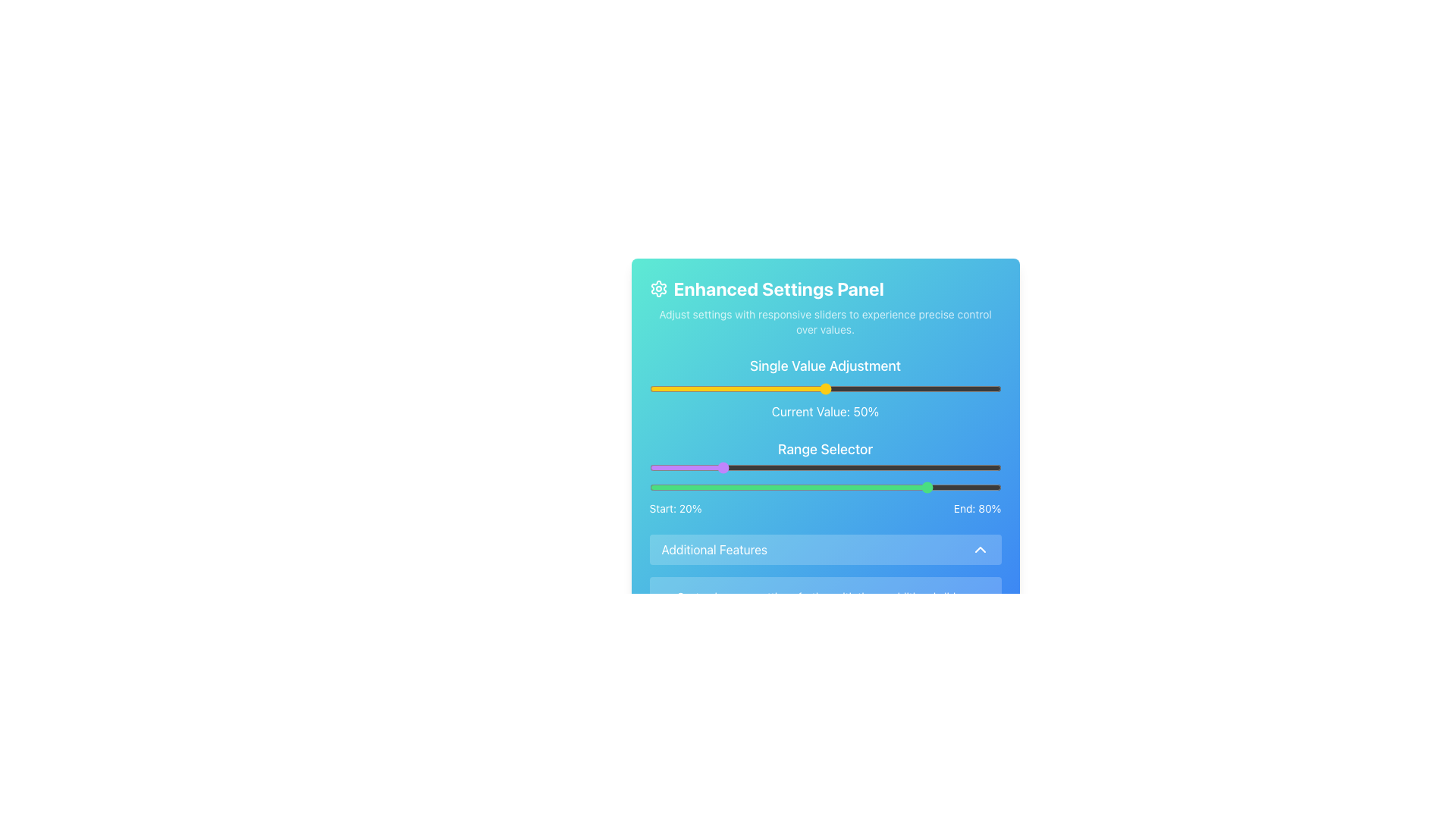 This screenshot has height=819, width=1456. I want to click on the range selector sliders, so click(737, 467).